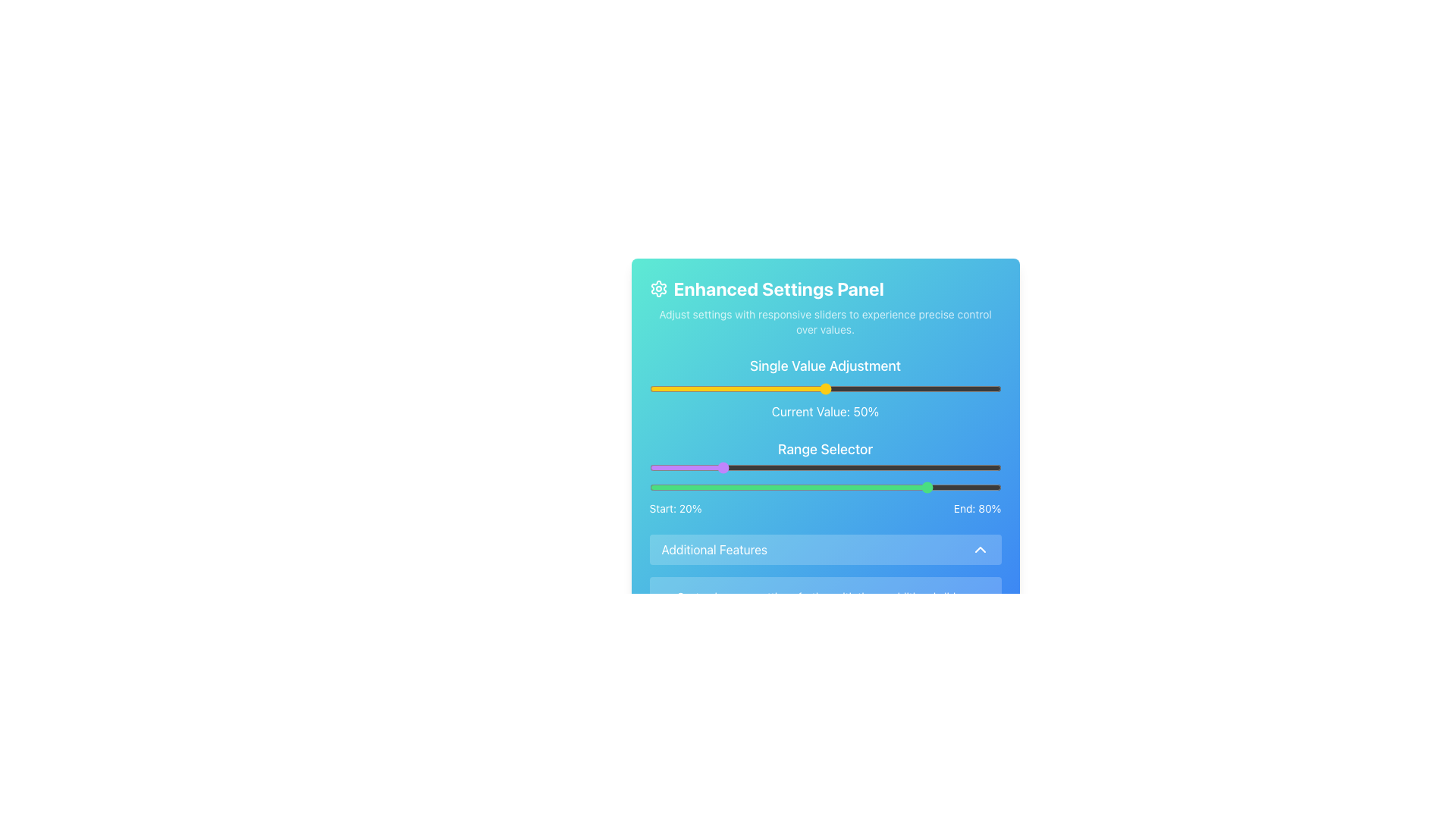 This screenshot has height=819, width=1456. I want to click on the range selector sliders, so click(737, 467).